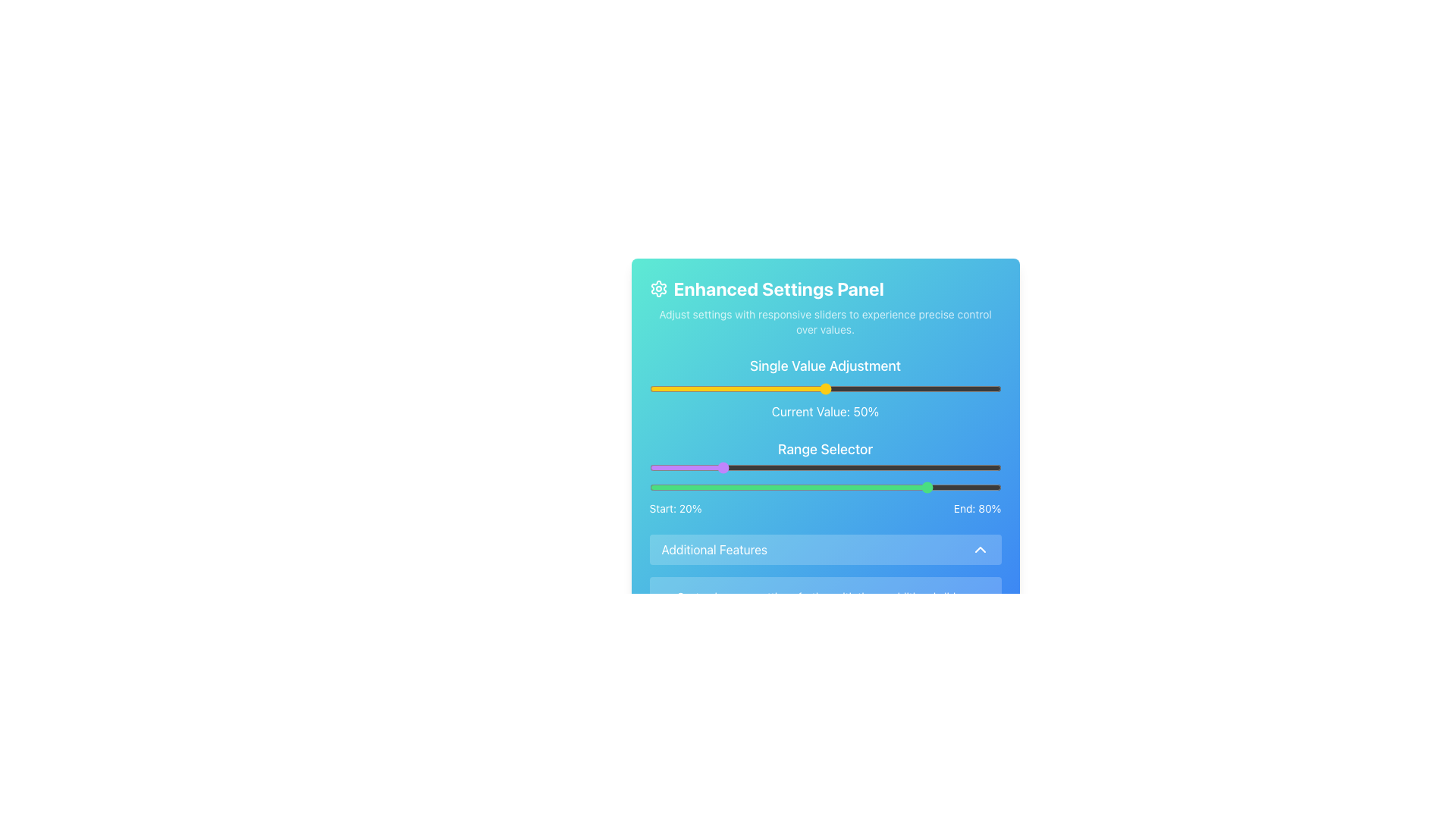 This screenshot has height=819, width=1456. I want to click on the range selector sliders, so click(737, 467).